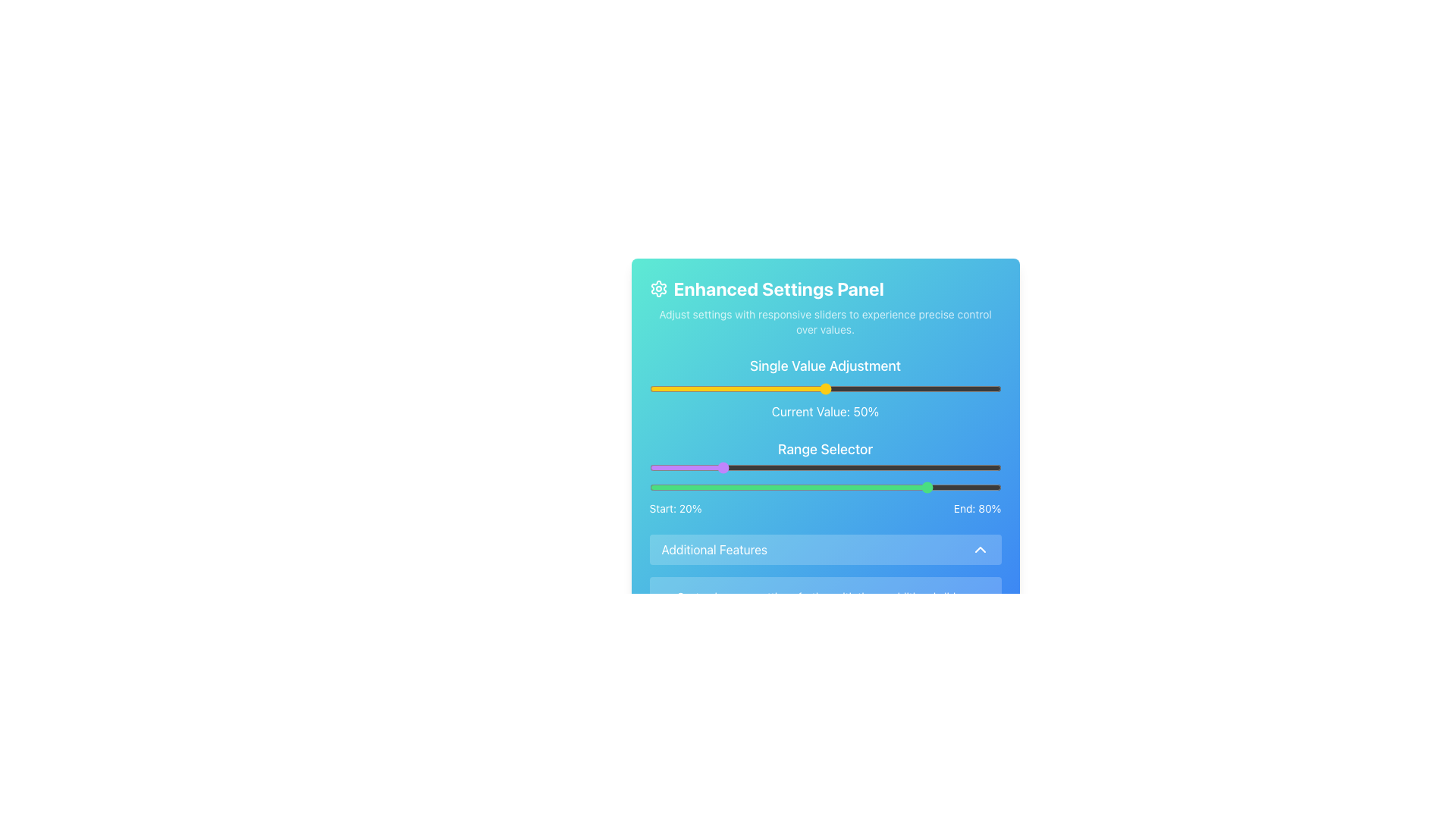 This screenshot has height=819, width=1456. I want to click on the range selector sliders, so click(737, 467).